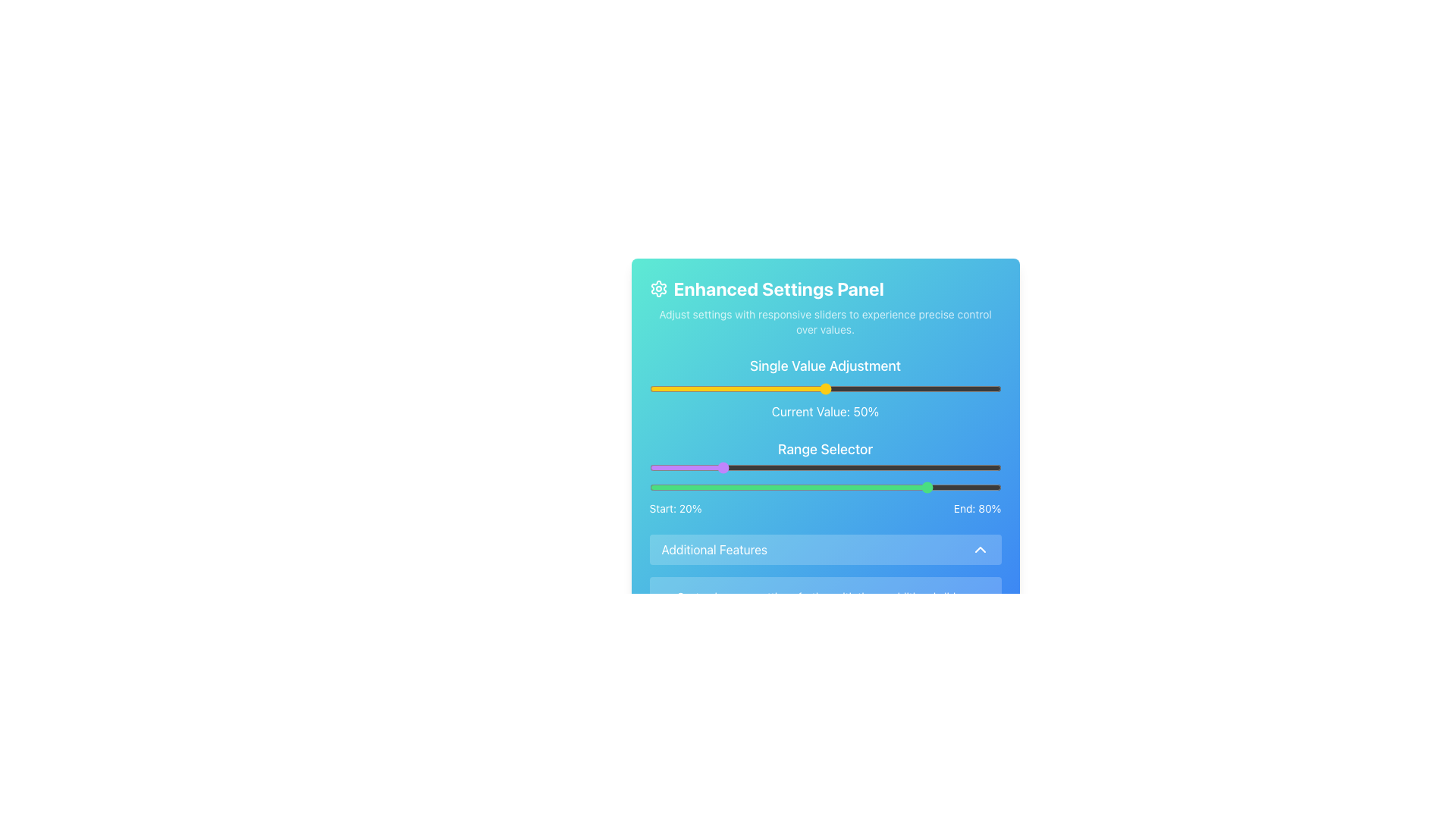 This screenshot has height=819, width=1456. I want to click on the range selector sliders, so click(737, 467).